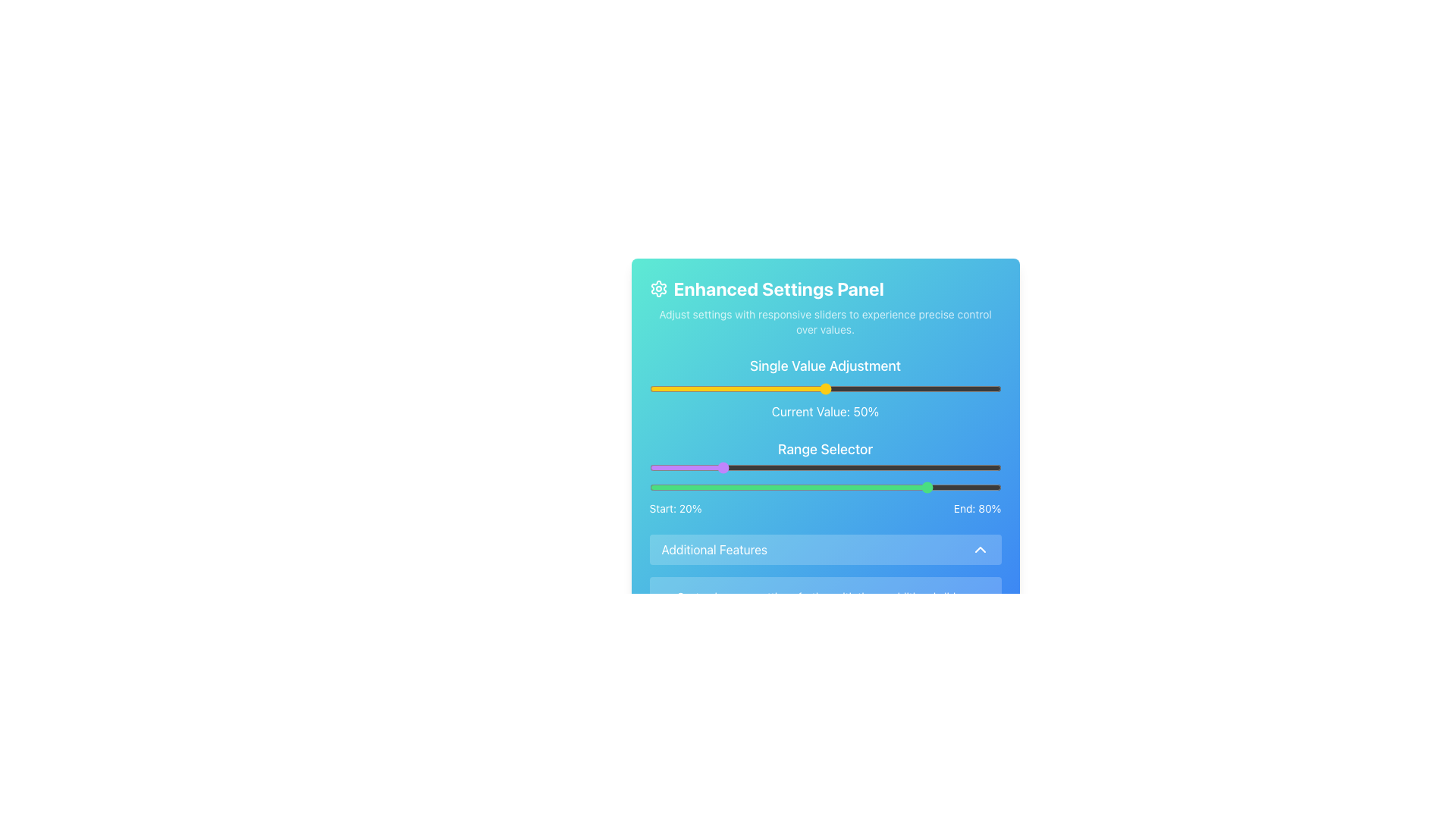 This screenshot has height=819, width=1456. I want to click on the range selector sliders, so click(737, 467).